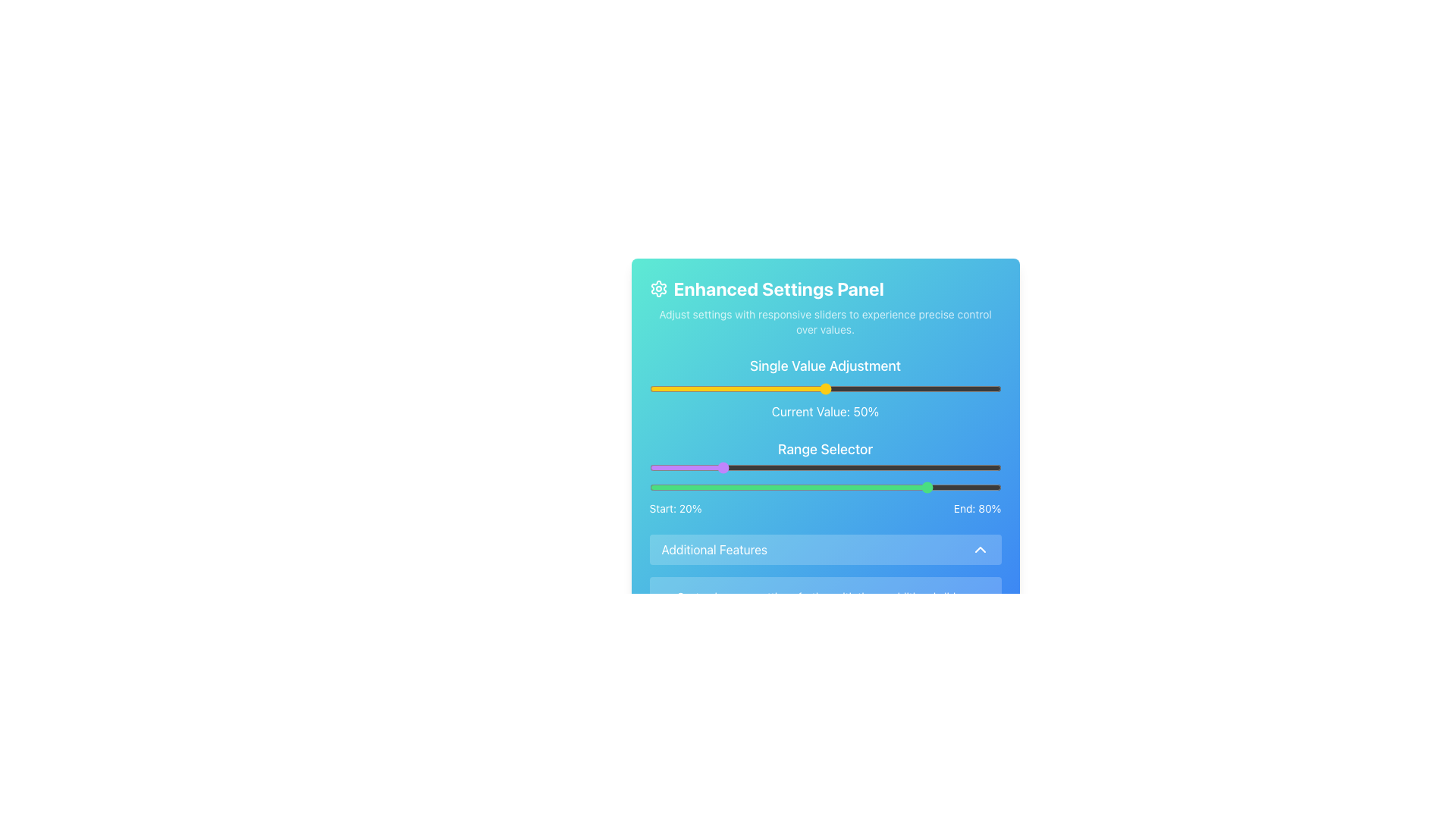 This screenshot has height=819, width=1456. I want to click on the range selector sliders, so click(737, 467).